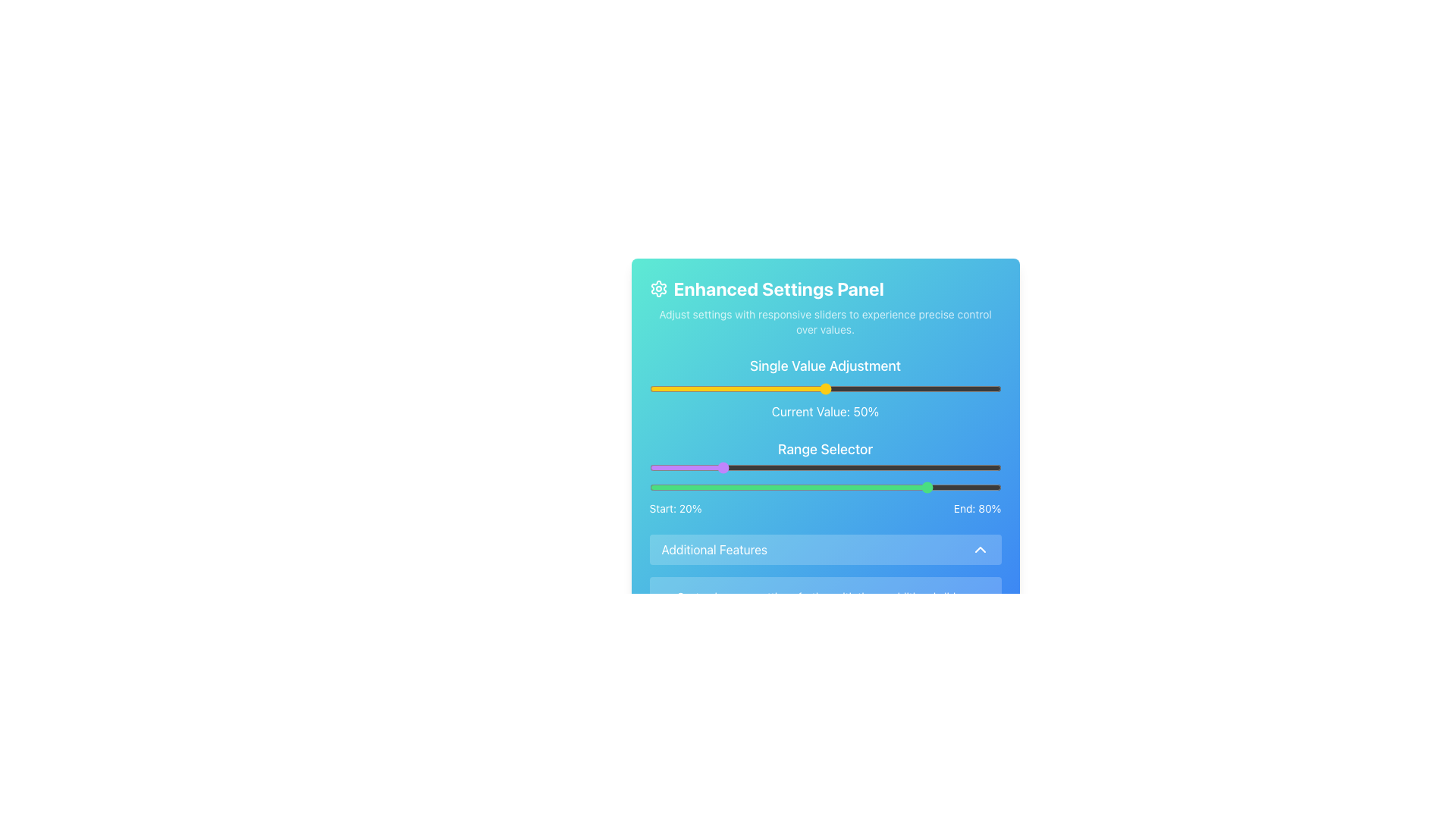 This screenshot has height=819, width=1456. I want to click on the range selector sliders, so click(737, 467).